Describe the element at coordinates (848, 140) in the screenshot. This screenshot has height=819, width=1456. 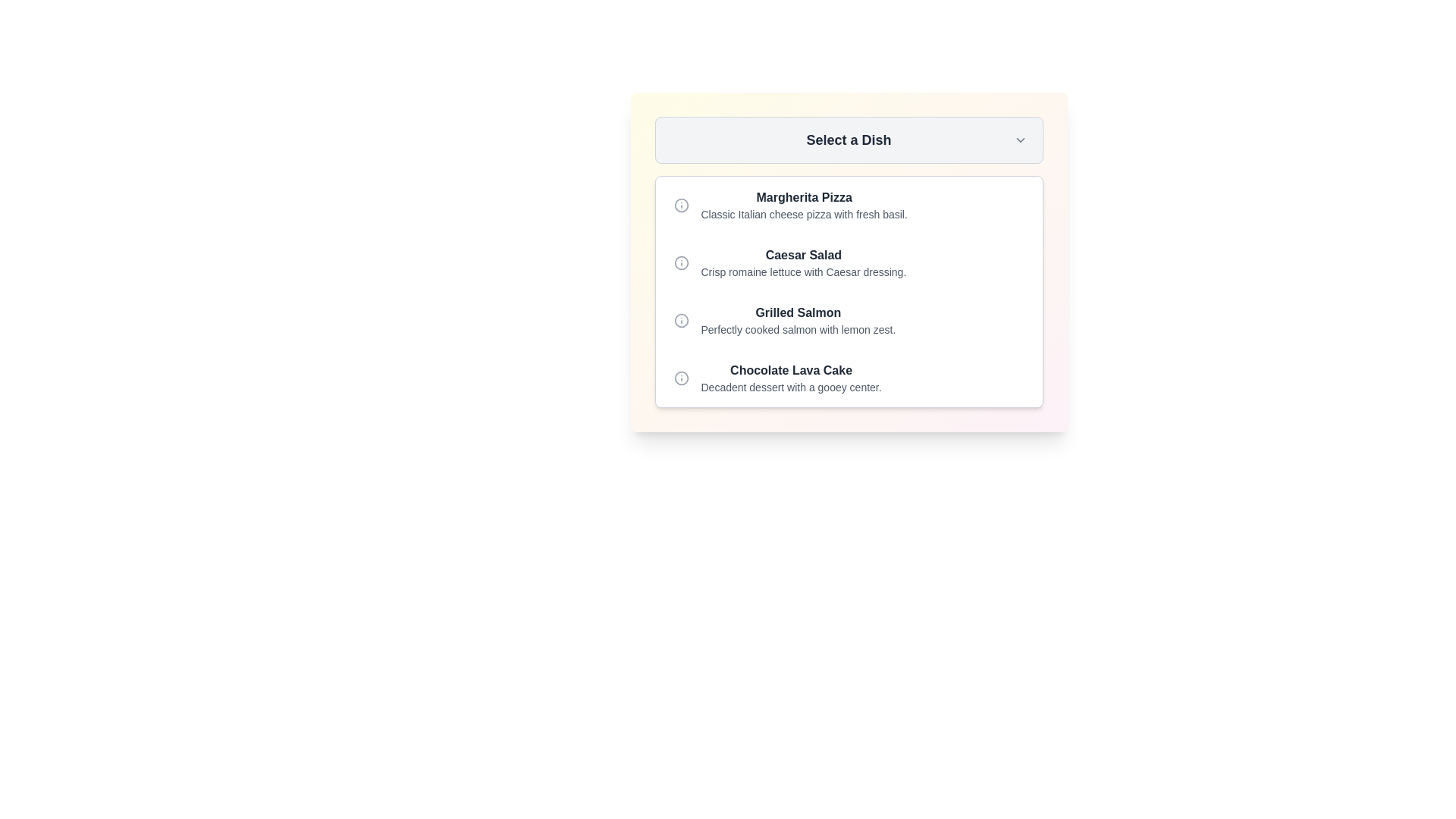
I see `the Dropdown button displaying 'Select a Dish'` at that location.